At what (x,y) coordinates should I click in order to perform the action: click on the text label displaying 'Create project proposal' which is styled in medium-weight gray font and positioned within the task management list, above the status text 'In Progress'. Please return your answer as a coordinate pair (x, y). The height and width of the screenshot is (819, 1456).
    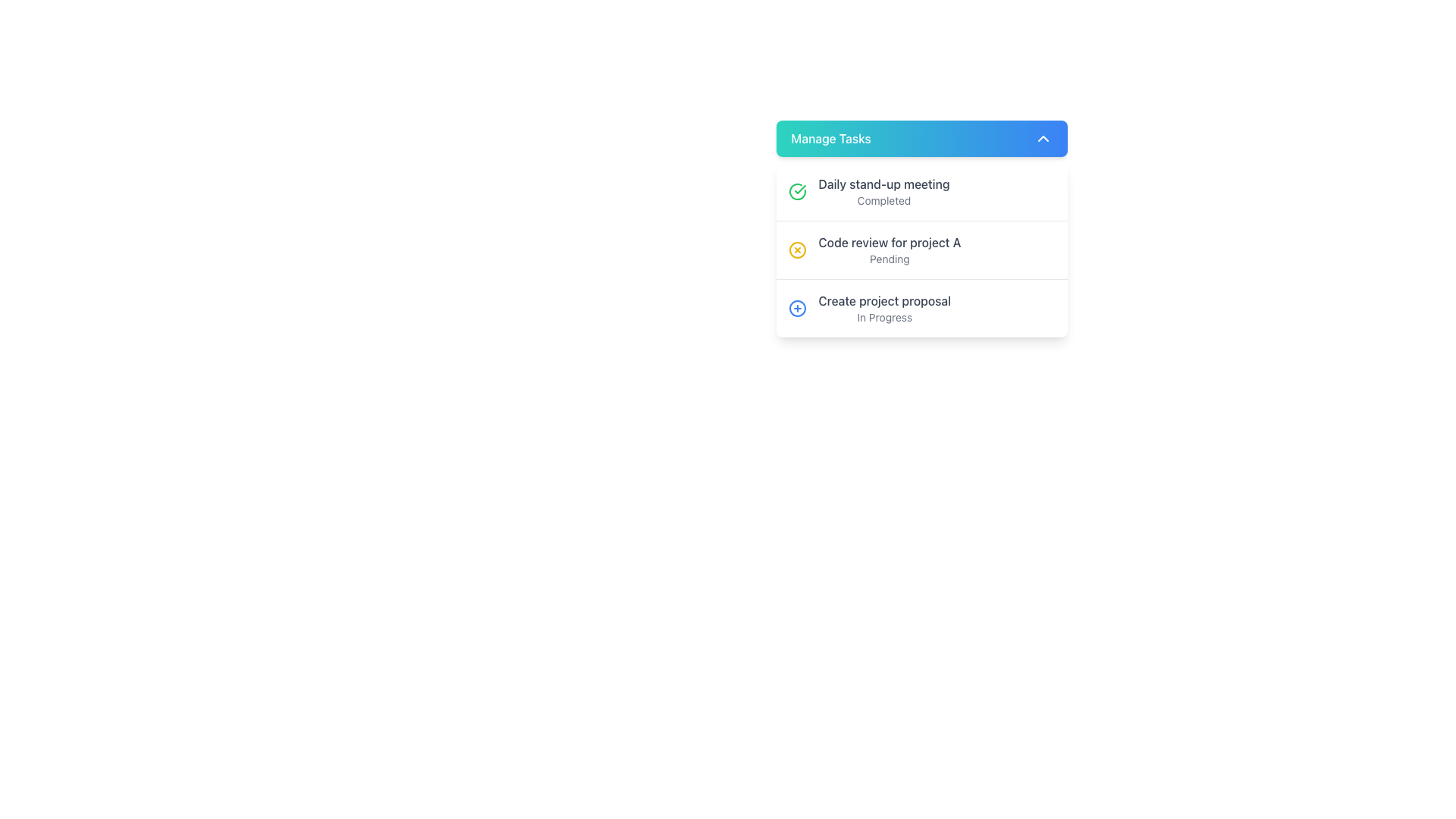
    Looking at the image, I should click on (884, 301).